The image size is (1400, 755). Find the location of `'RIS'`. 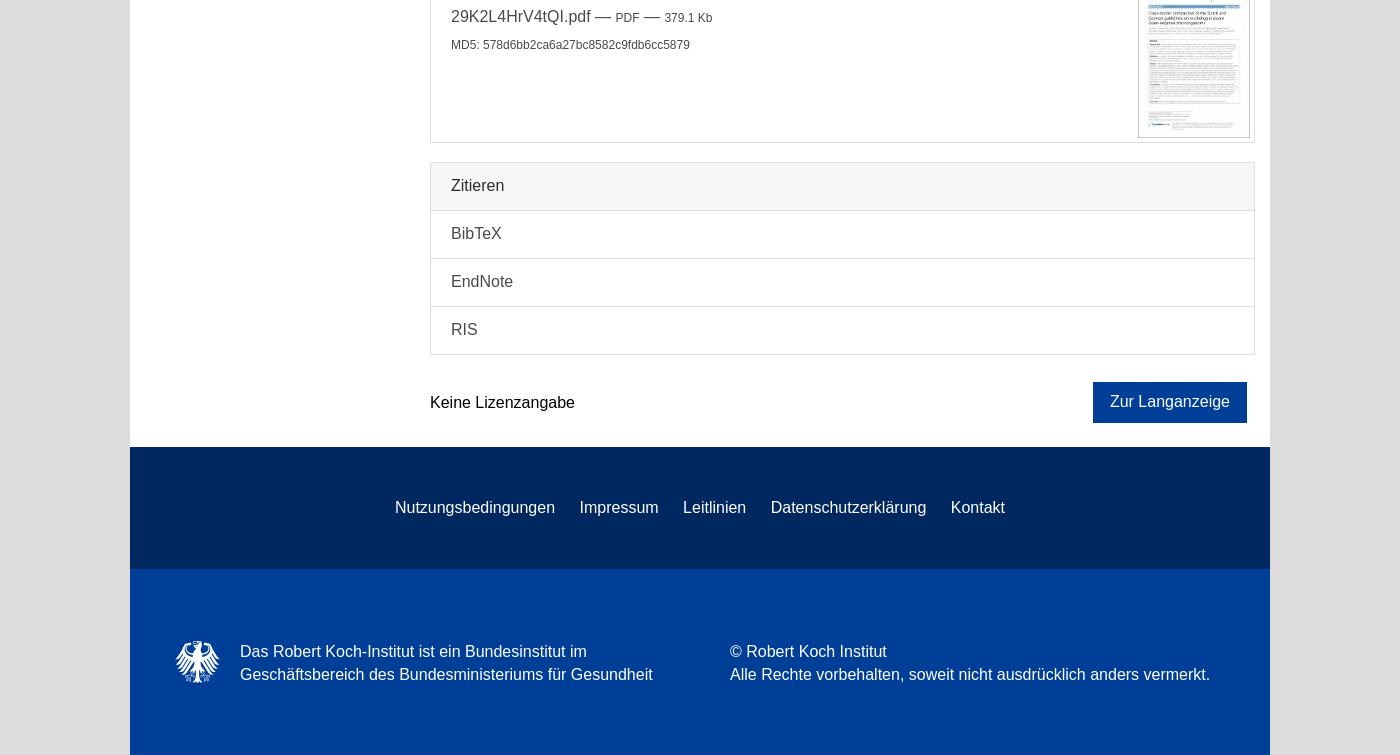

'RIS' is located at coordinates (450, 328).